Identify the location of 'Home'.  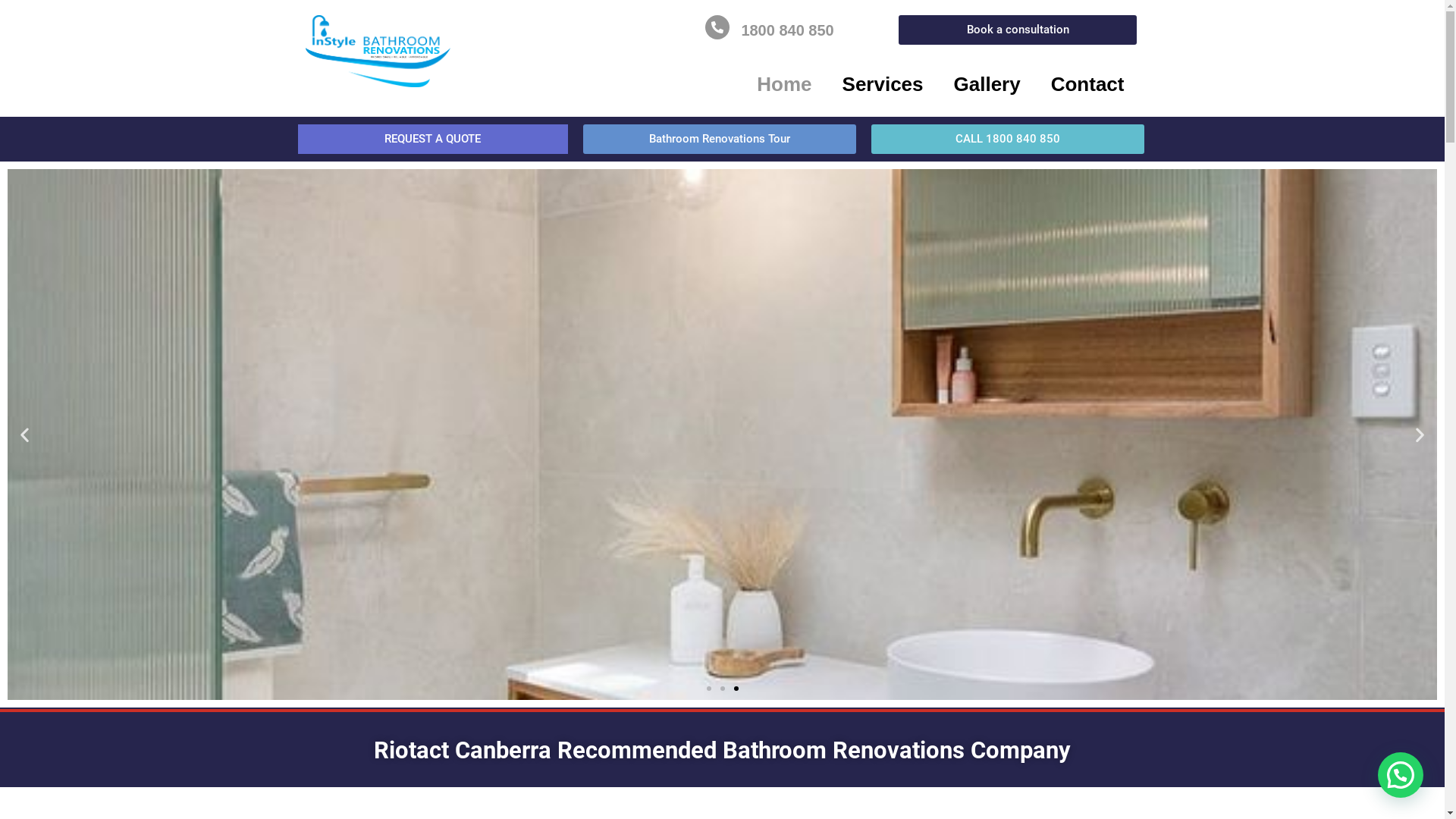
(783, 84).